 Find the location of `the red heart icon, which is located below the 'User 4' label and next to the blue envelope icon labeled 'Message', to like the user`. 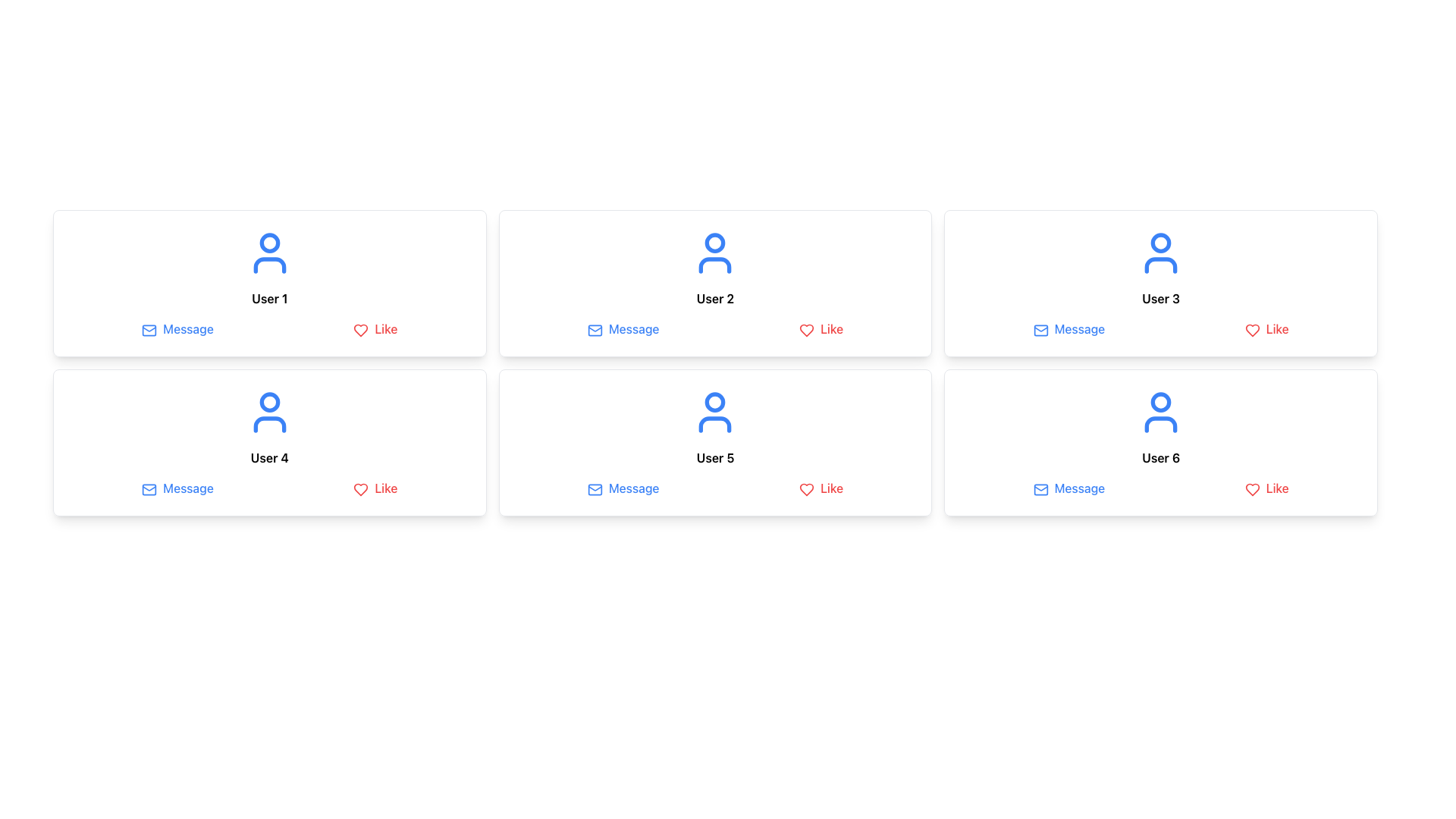

the red heart icon, which is located below the 'User 4' label and next to the blue envelope icon labeled 'Message', to like the user is located at coordinates (360, 489).